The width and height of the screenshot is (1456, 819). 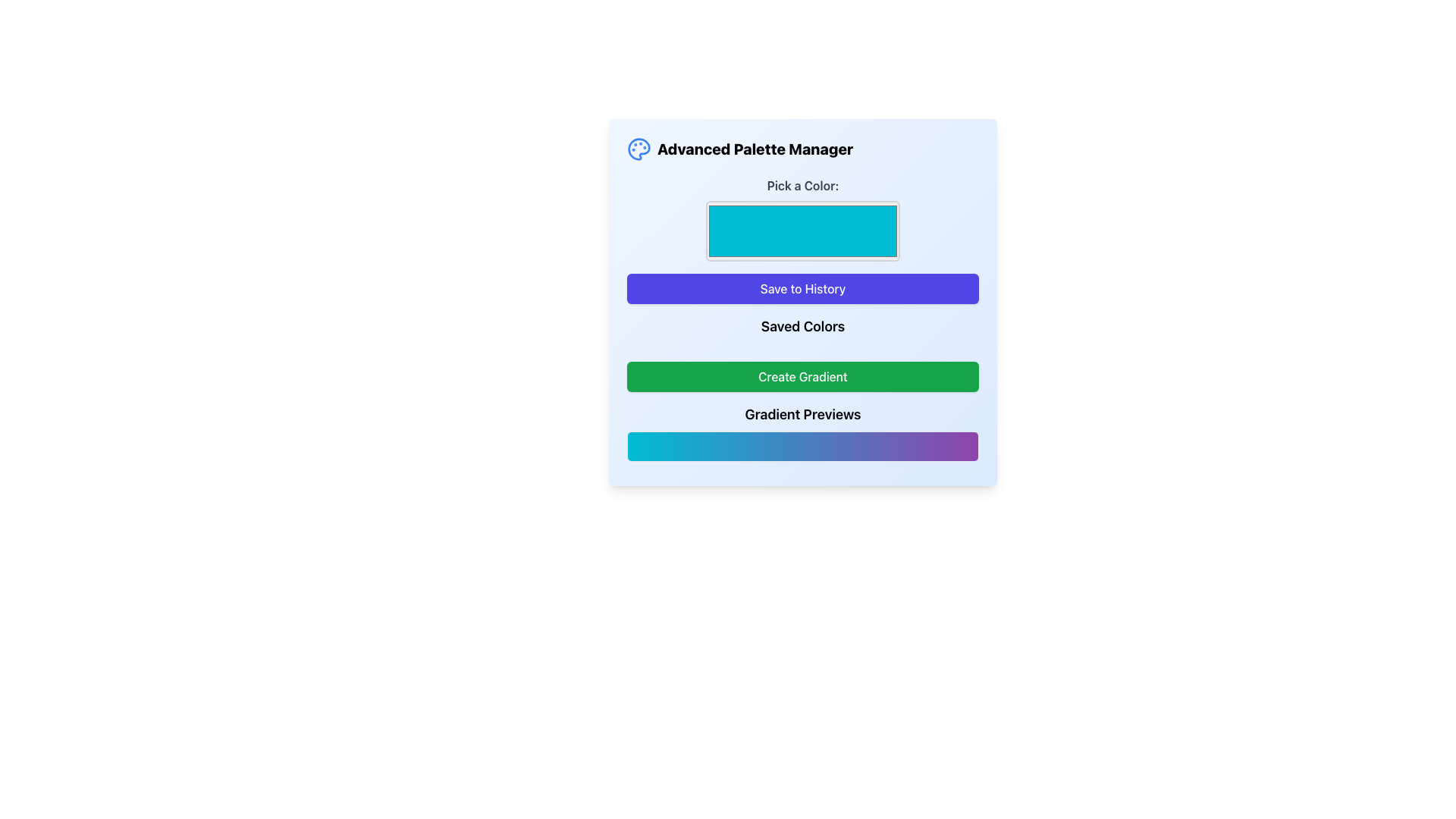 I want to click on the text label displaying 'Saved Colors', which is bold and large, positioned below the 'Save to History' button and above the 'Create Gradient' button, so click(x=802, y=326).